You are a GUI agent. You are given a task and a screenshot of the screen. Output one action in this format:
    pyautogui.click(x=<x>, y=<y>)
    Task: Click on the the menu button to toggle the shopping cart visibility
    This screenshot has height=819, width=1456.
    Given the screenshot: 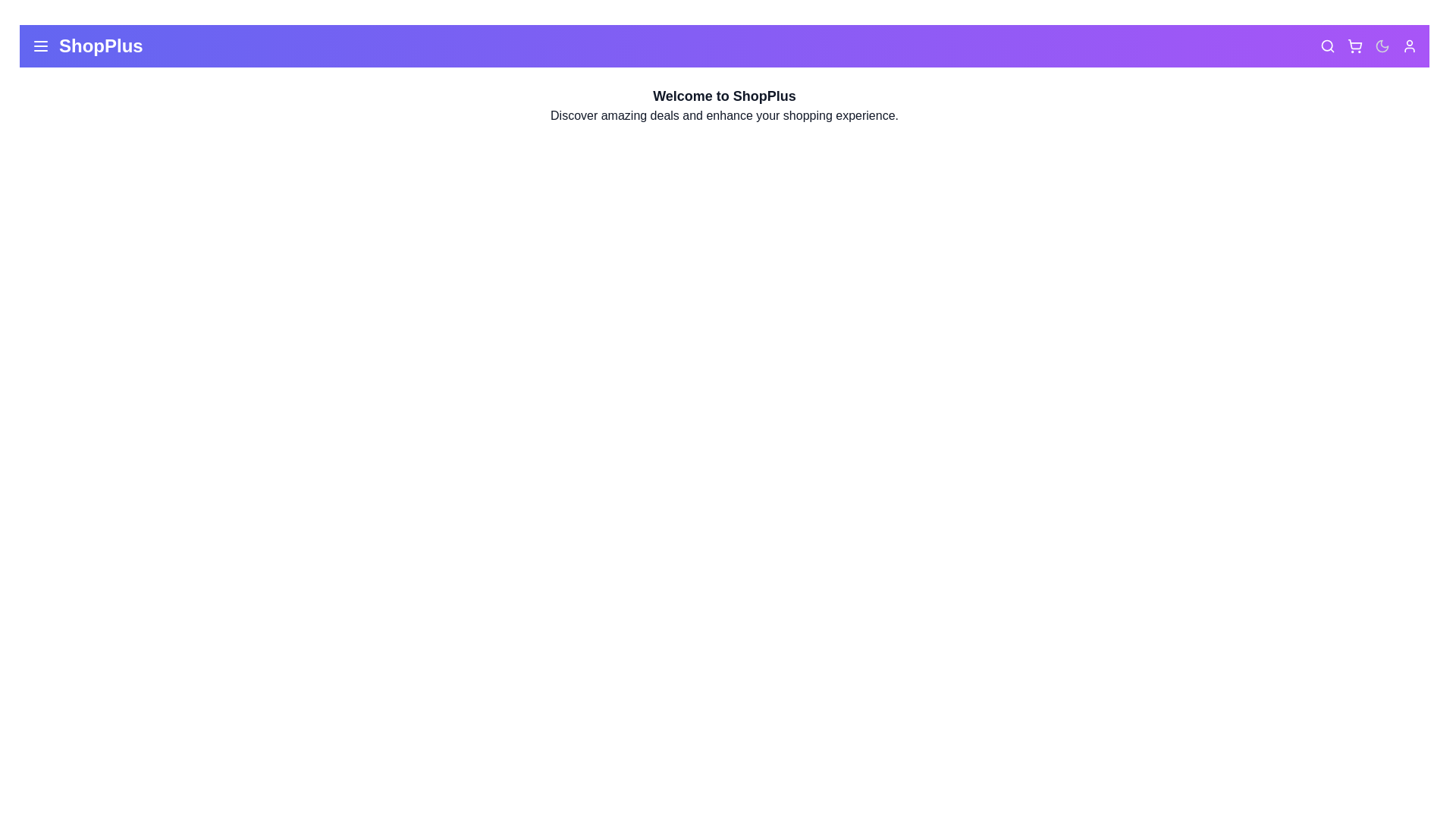 What is the action you would take?
    pyautogui.click(x=40, y=45)
    